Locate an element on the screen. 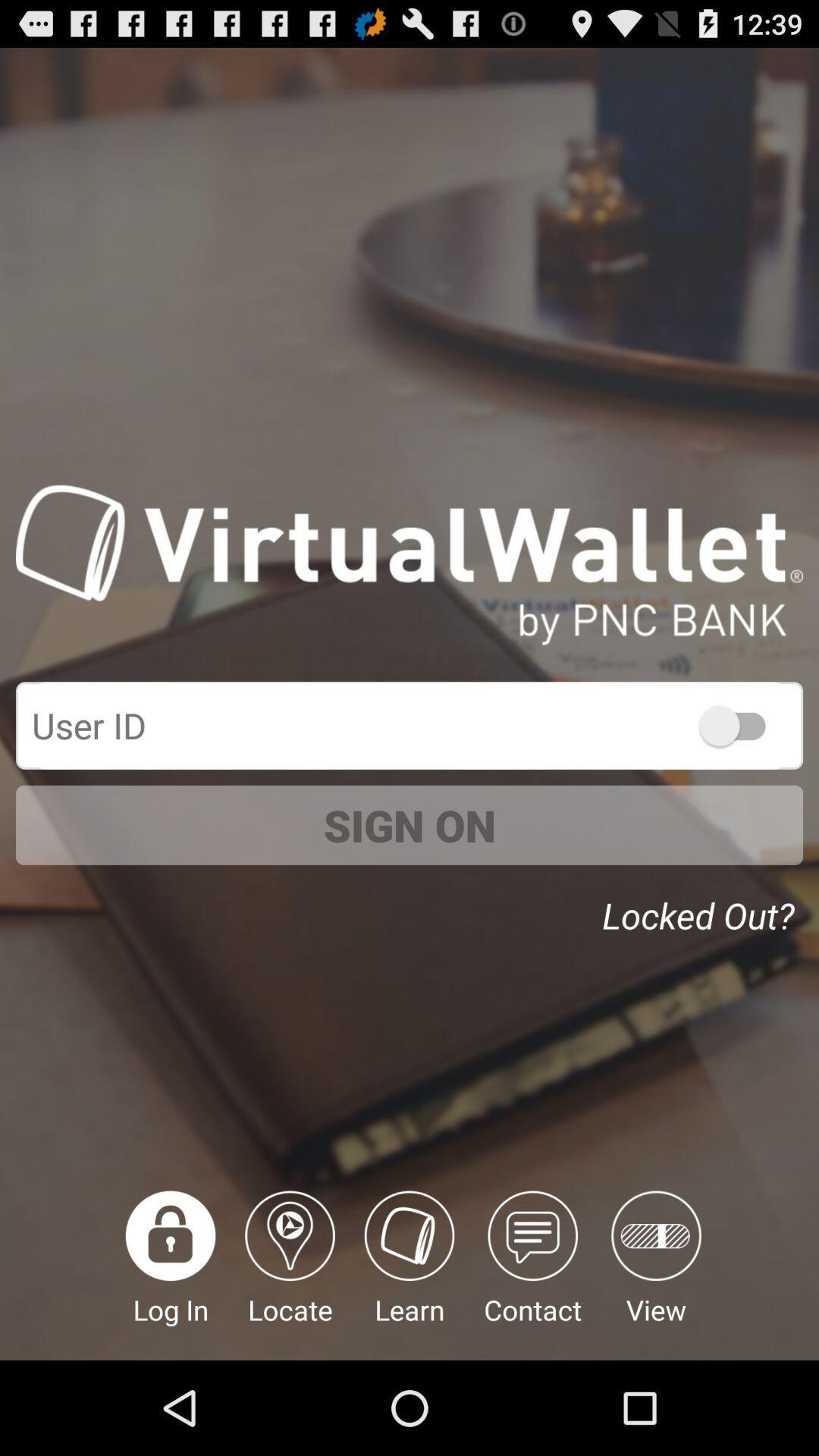 The image size is (819, 1456). user id is located at coordinates (739, 724).